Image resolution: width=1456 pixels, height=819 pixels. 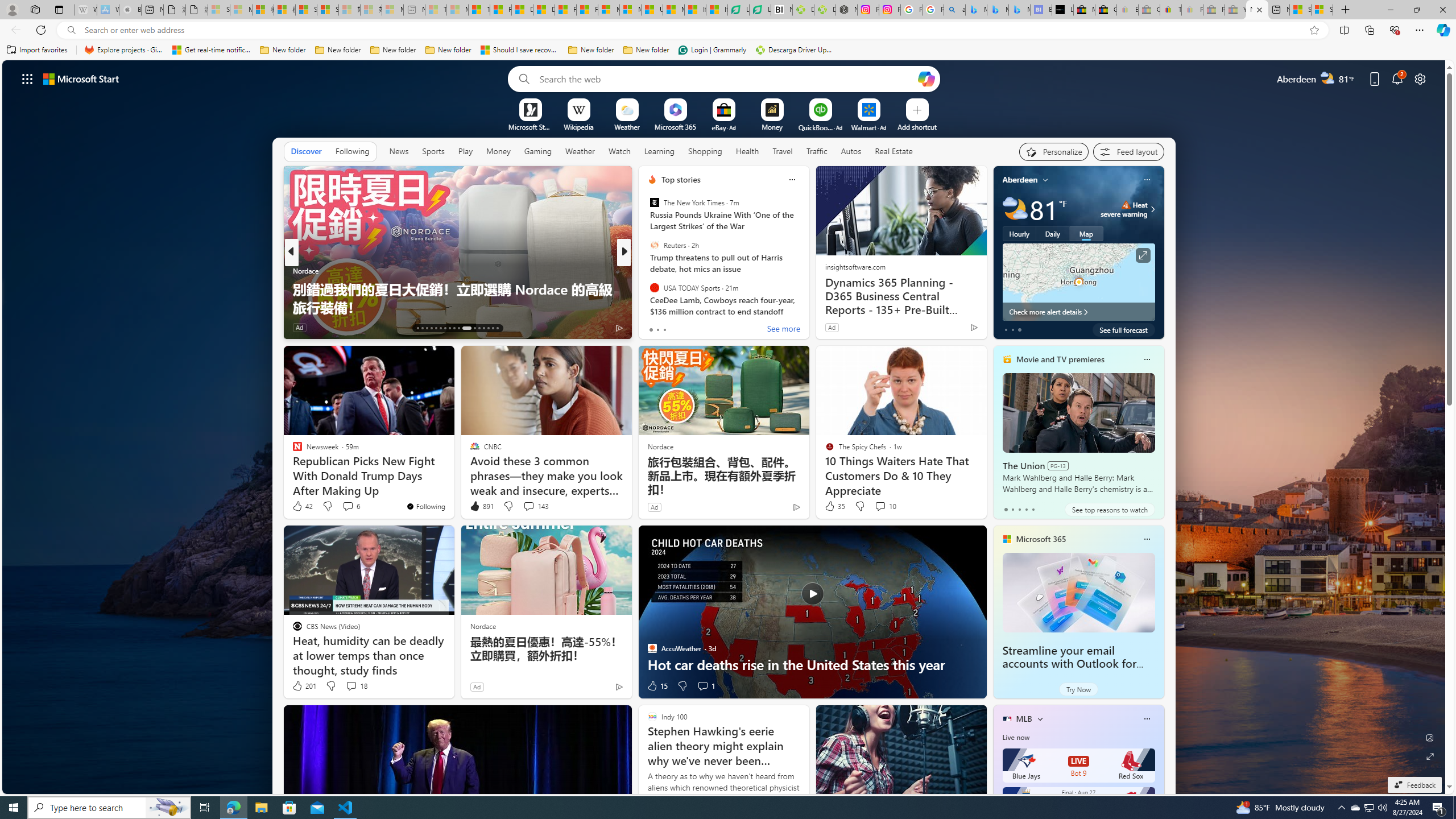 I want to click on 'Should I save recovered Word documents? - Microsoft Support', so click(x=519, y=49).